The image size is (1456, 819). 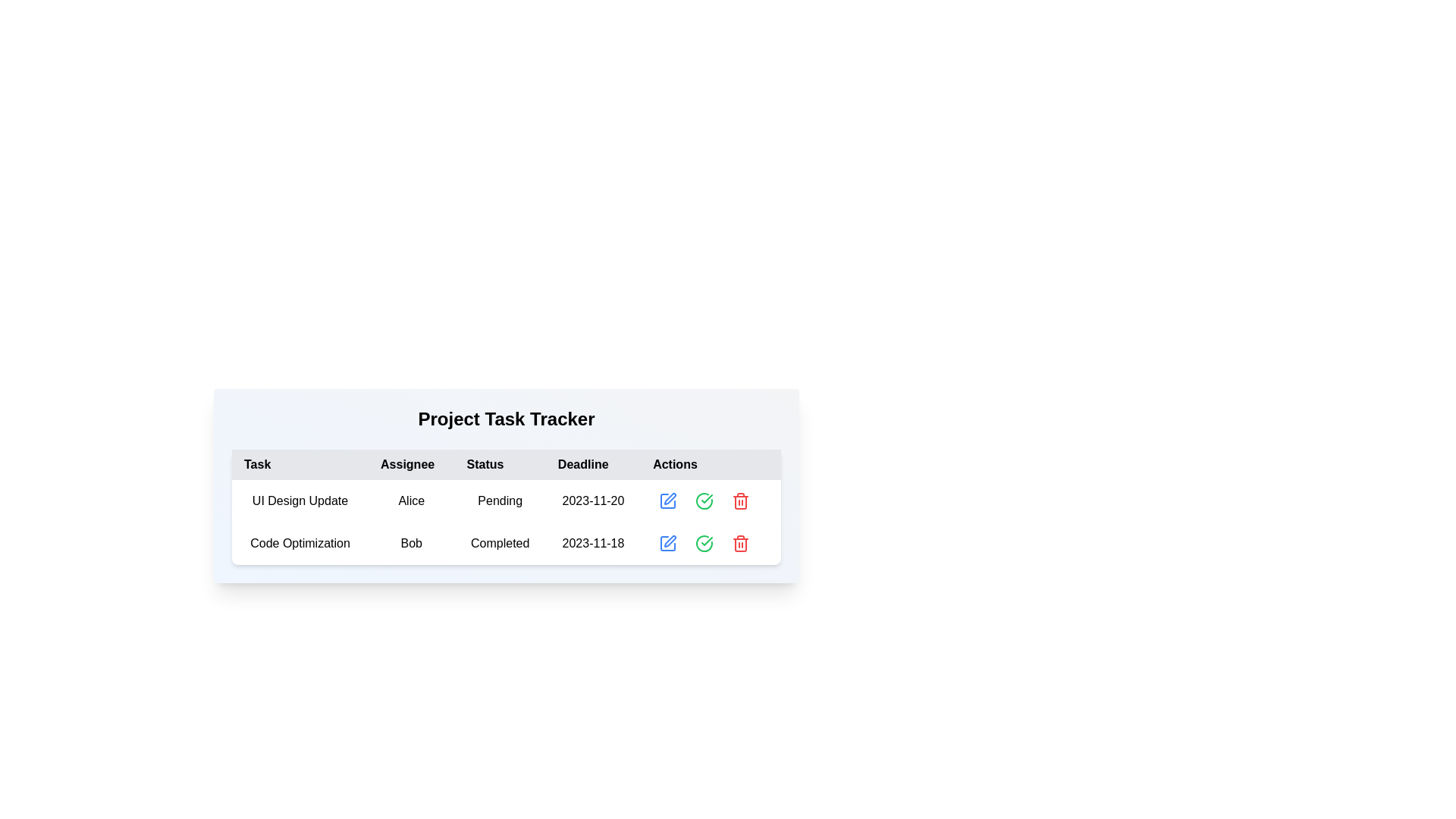 What do you see at coordinates (411, 500) in the screenshot?
I see `the Text label in the 'Assignee' column of the first row, which identifies the person assigned to the 'UI Design Update' task` at bounding box center [411, 500].